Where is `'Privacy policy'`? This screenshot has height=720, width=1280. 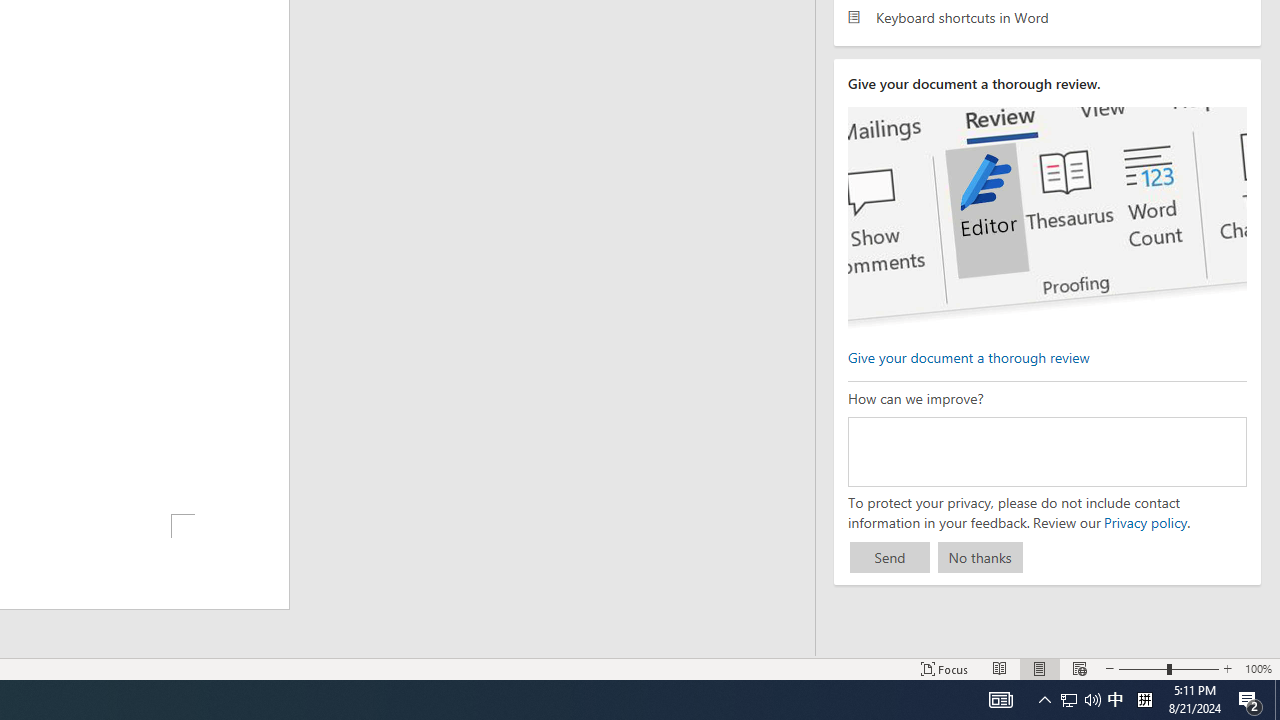 'Privacy policy' is located at coordinates (1144, 521).